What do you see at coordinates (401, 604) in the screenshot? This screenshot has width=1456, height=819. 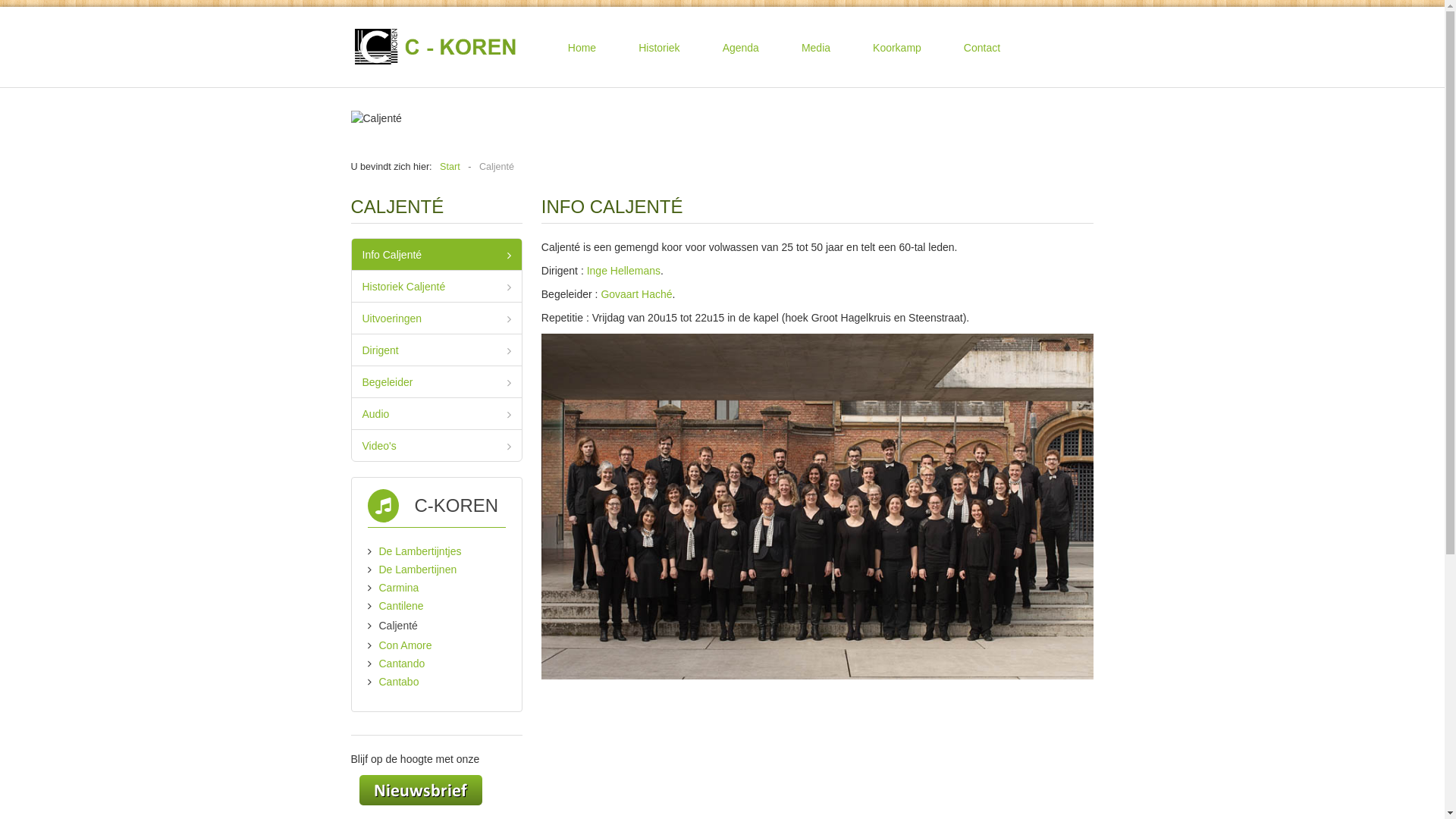 I see `'Cantilene'` at bounding box center [401, 604].